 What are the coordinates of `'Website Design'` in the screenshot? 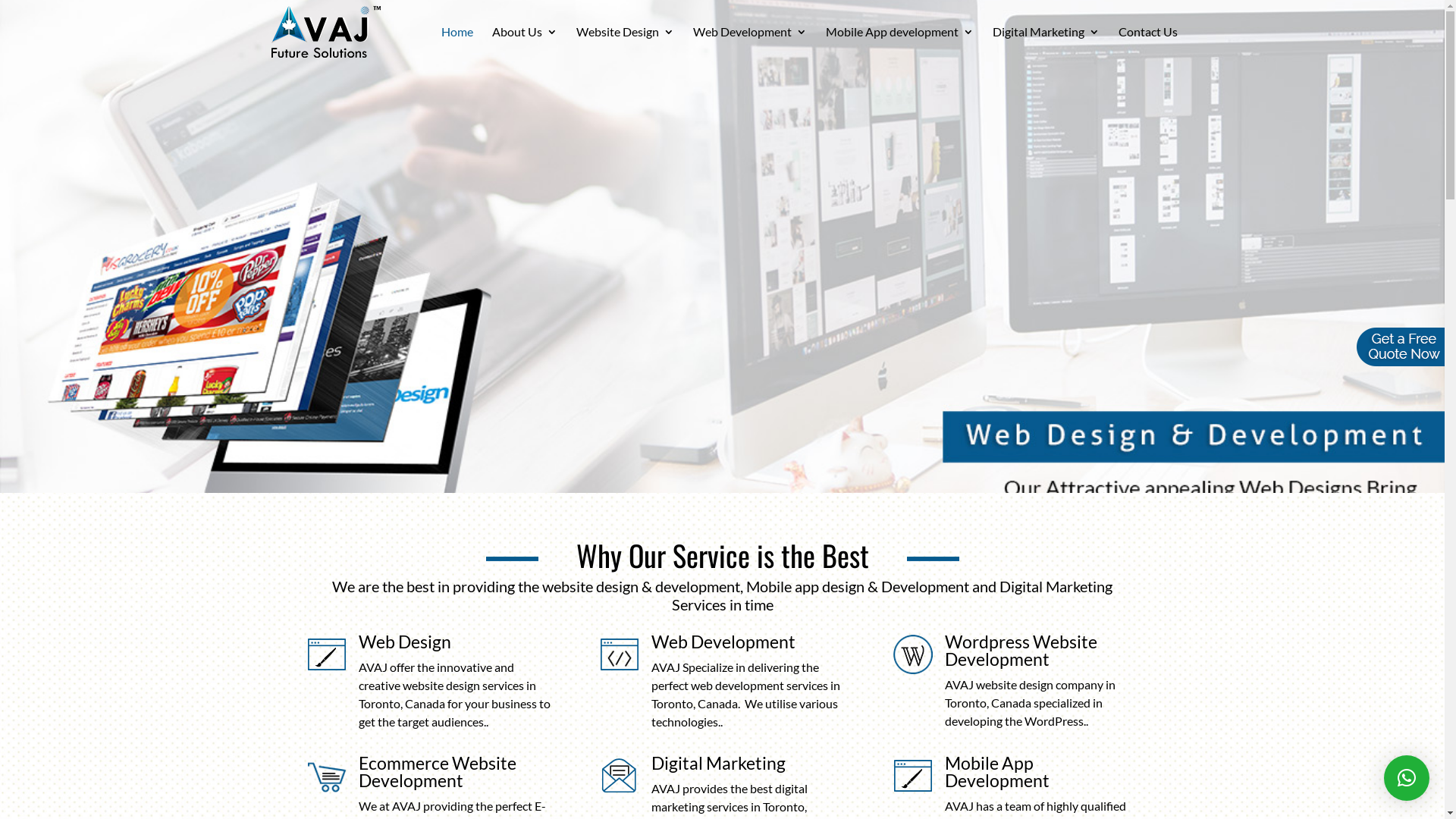 It's located at (575, 44).